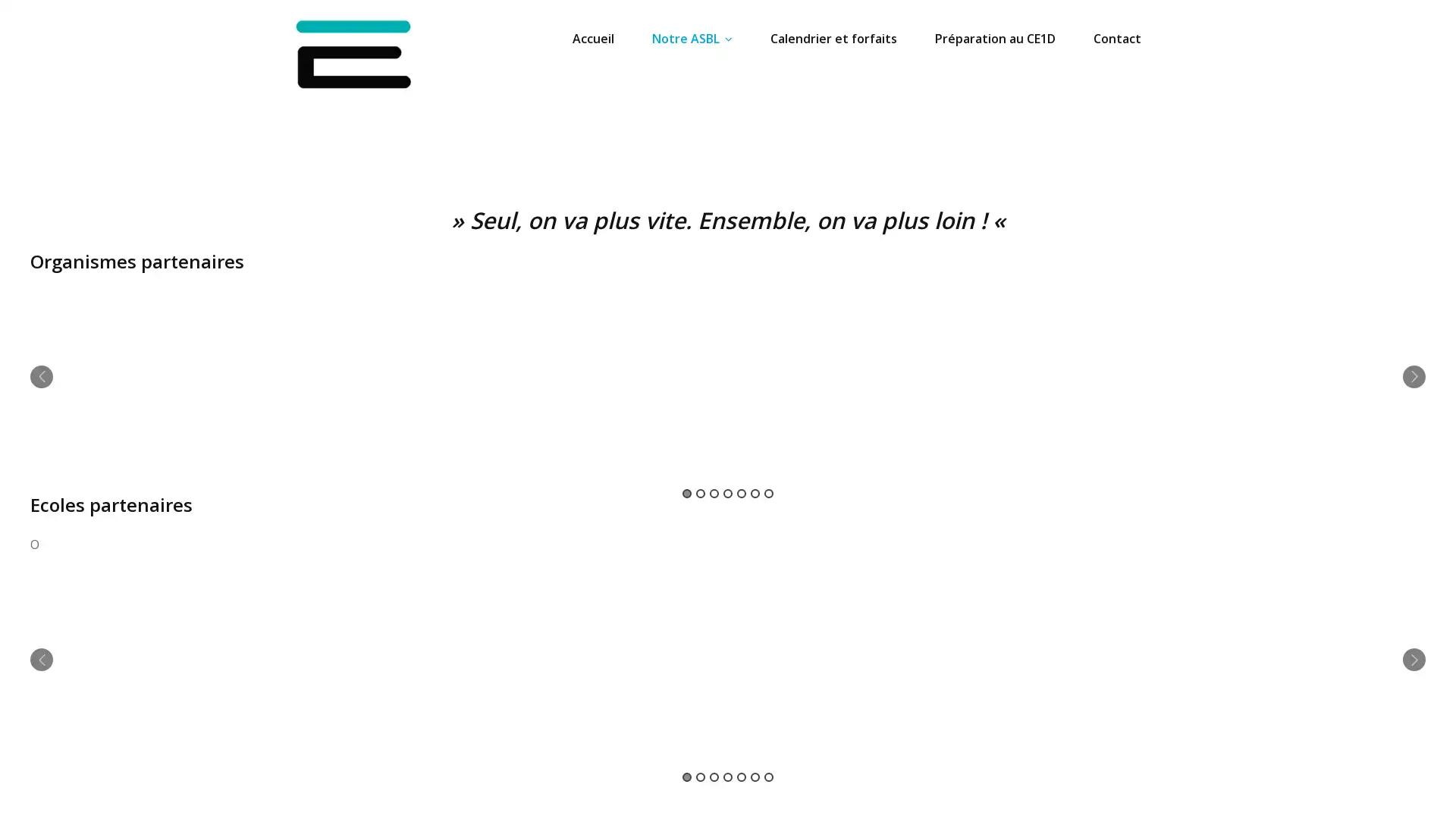 This screenshot has width=1456, height=819. What do you see at coordinates (728, 776) in the screenshot?
I see `4` at bounding box center [728, 776].